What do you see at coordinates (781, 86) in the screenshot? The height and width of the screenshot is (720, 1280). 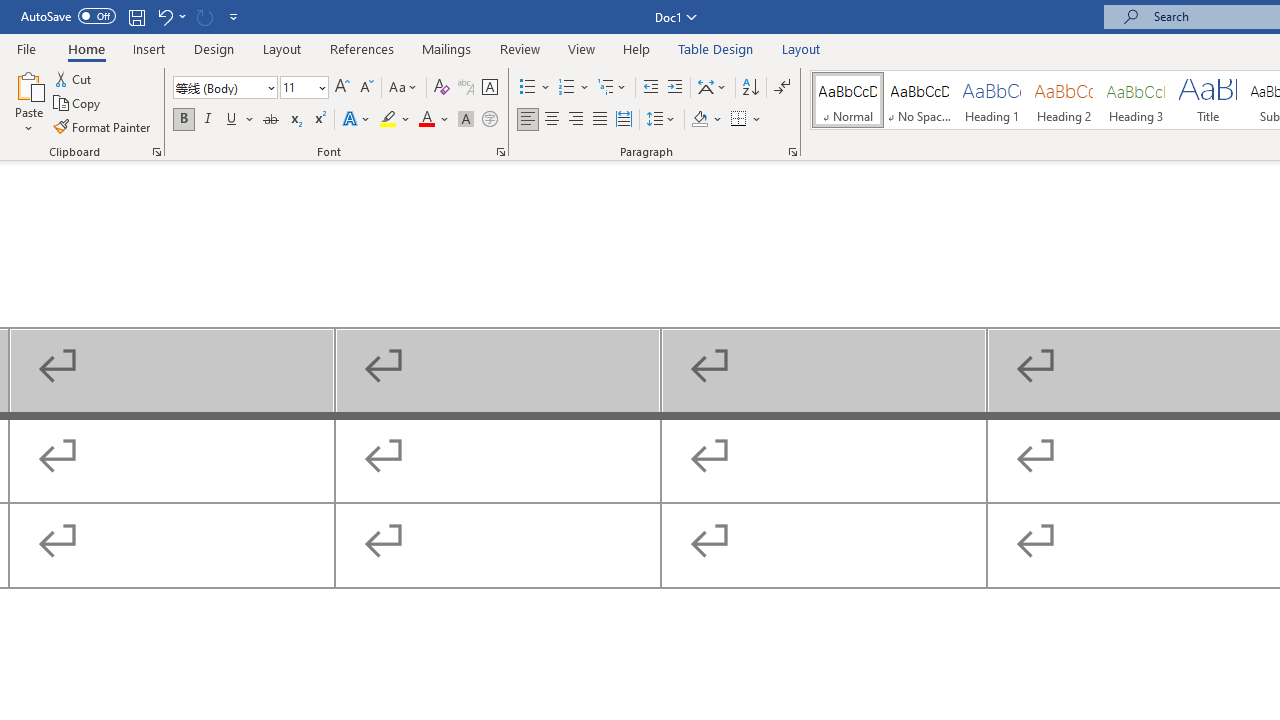 I see `'Show/Hide Editing Marks'` at bounding box center [781, 86].